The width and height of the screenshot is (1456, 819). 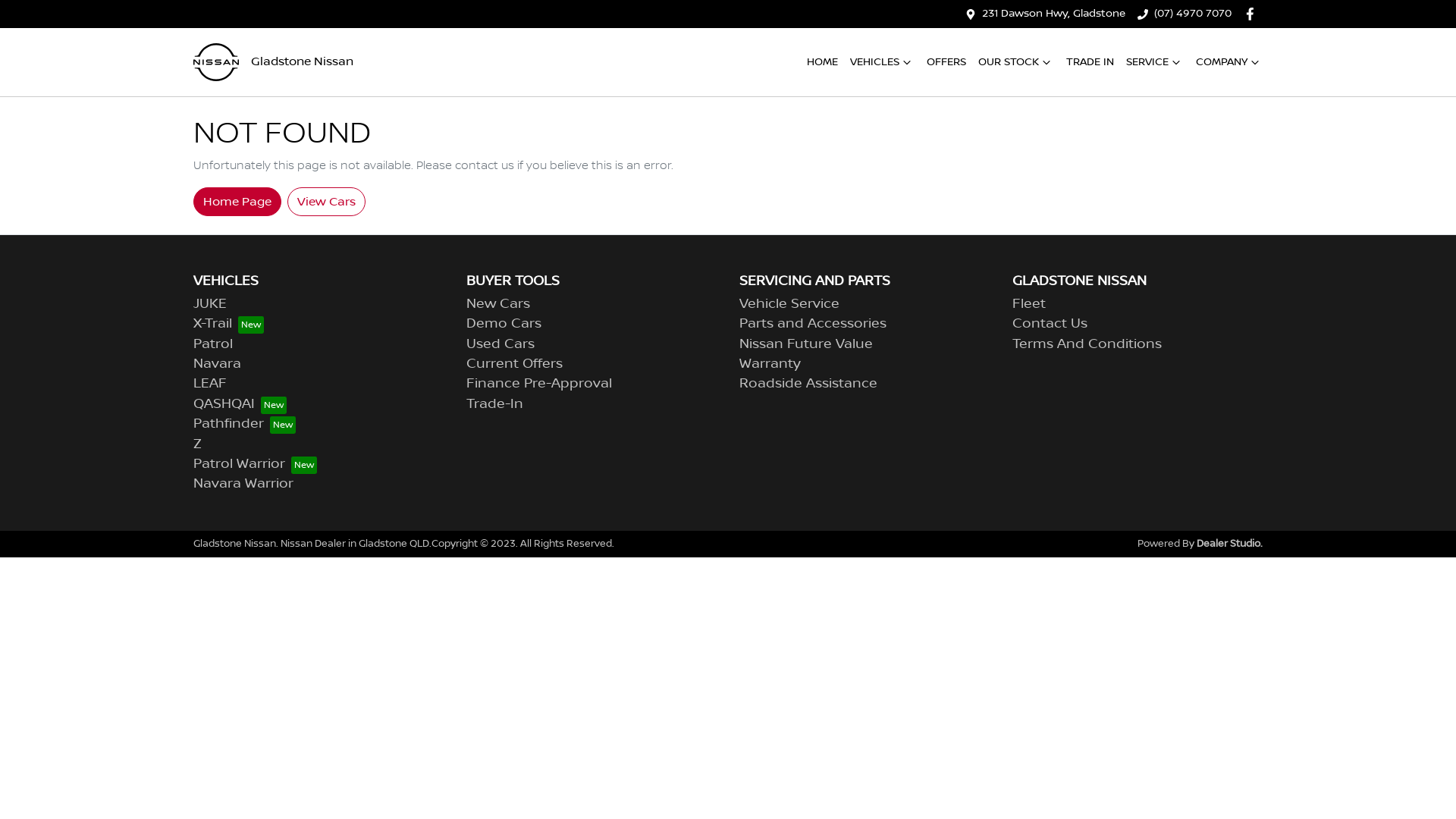 I want to click on 'Dealer Studio.', so click(x=1229, y=543).